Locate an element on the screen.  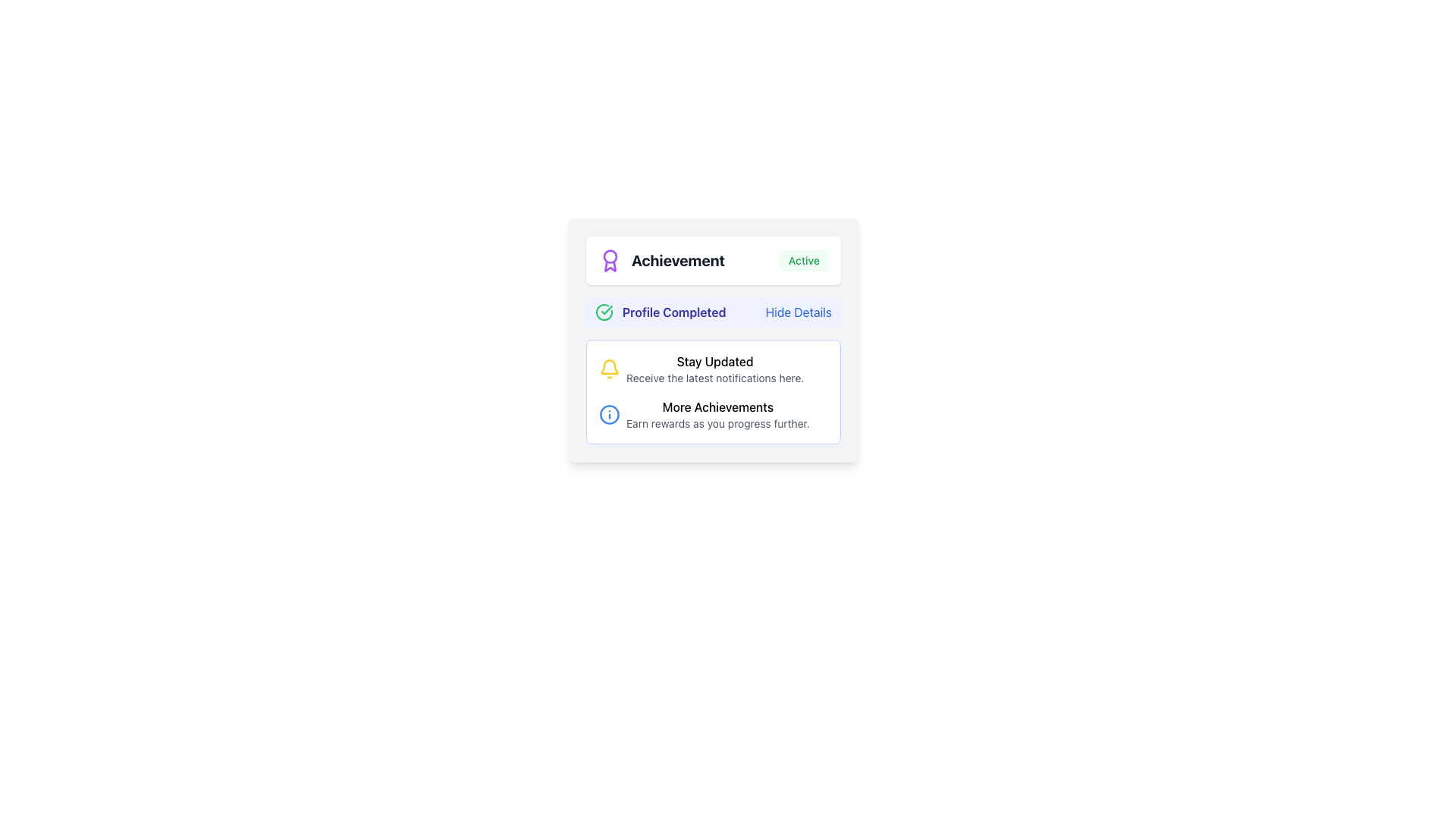
the bell icon for notifications, which is located near the text 'Achievement' in the top-left portion of the interface is located at coordinates (610, 367).